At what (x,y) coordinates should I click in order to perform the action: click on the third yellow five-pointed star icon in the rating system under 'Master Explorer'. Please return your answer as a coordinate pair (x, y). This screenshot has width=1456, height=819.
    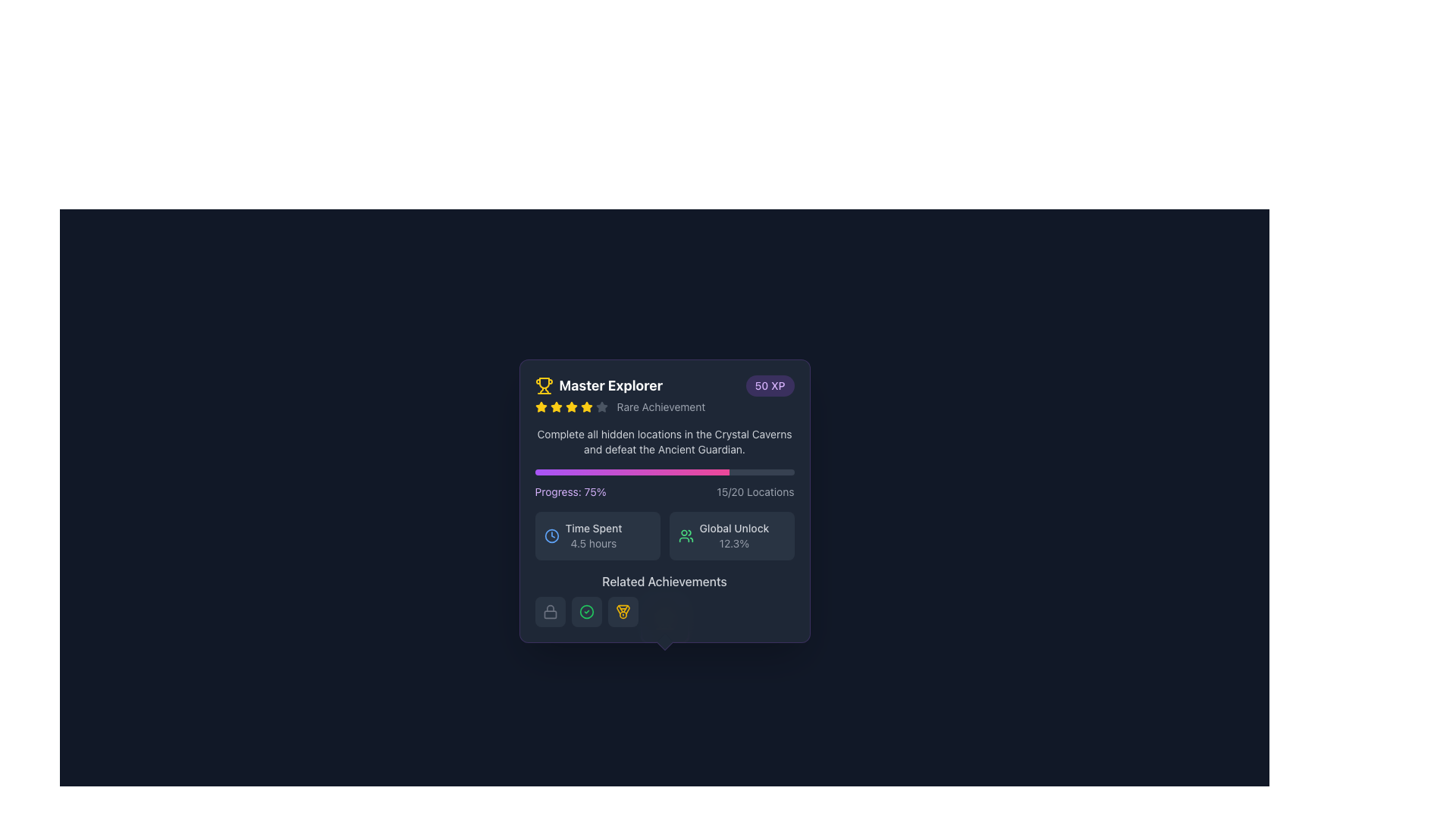
    Looking at the image, I should click on (555, 406).